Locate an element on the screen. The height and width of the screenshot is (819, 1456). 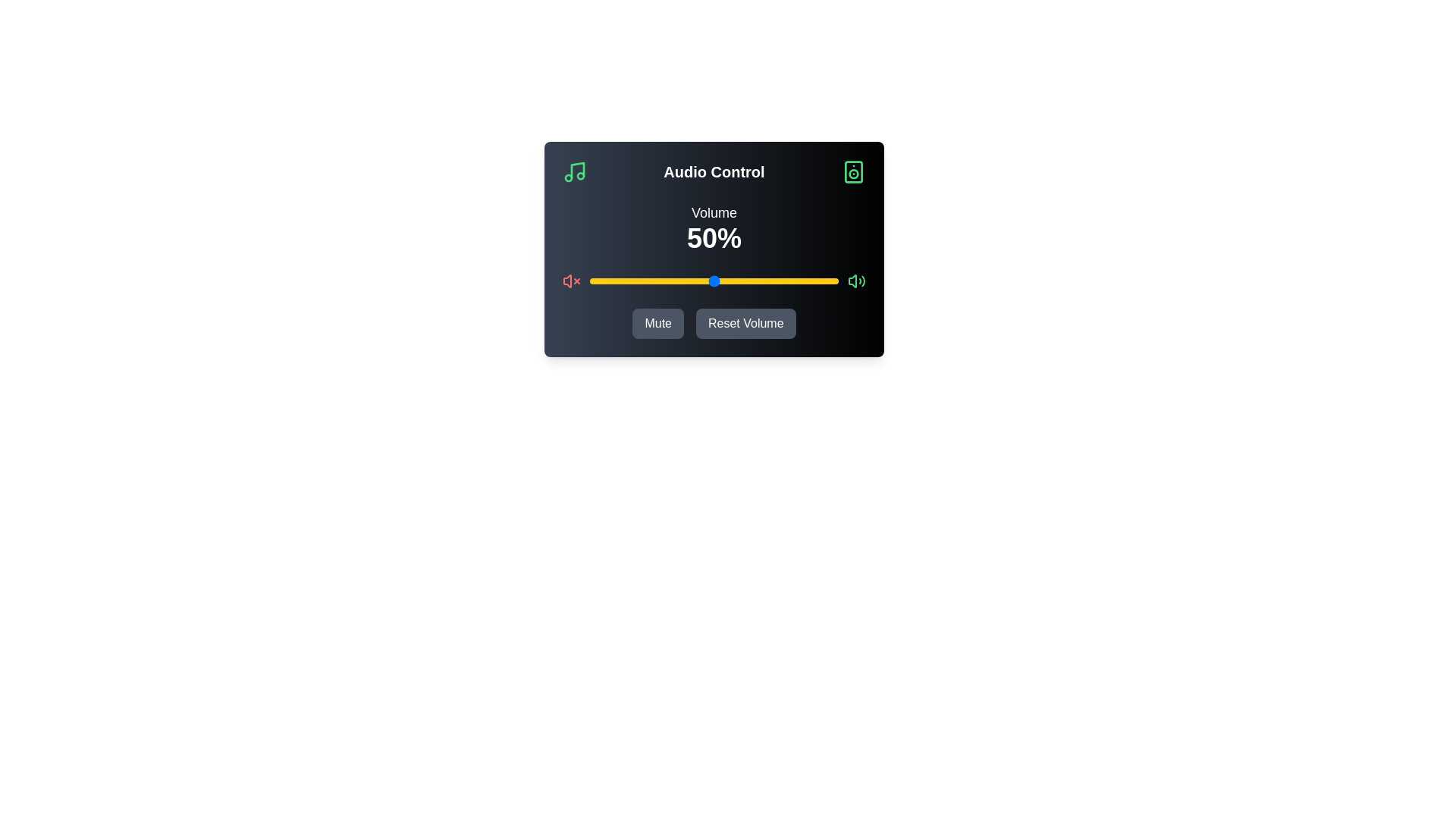
the volume to 74% by interacting with the slider is located at coordinates (773, 281).